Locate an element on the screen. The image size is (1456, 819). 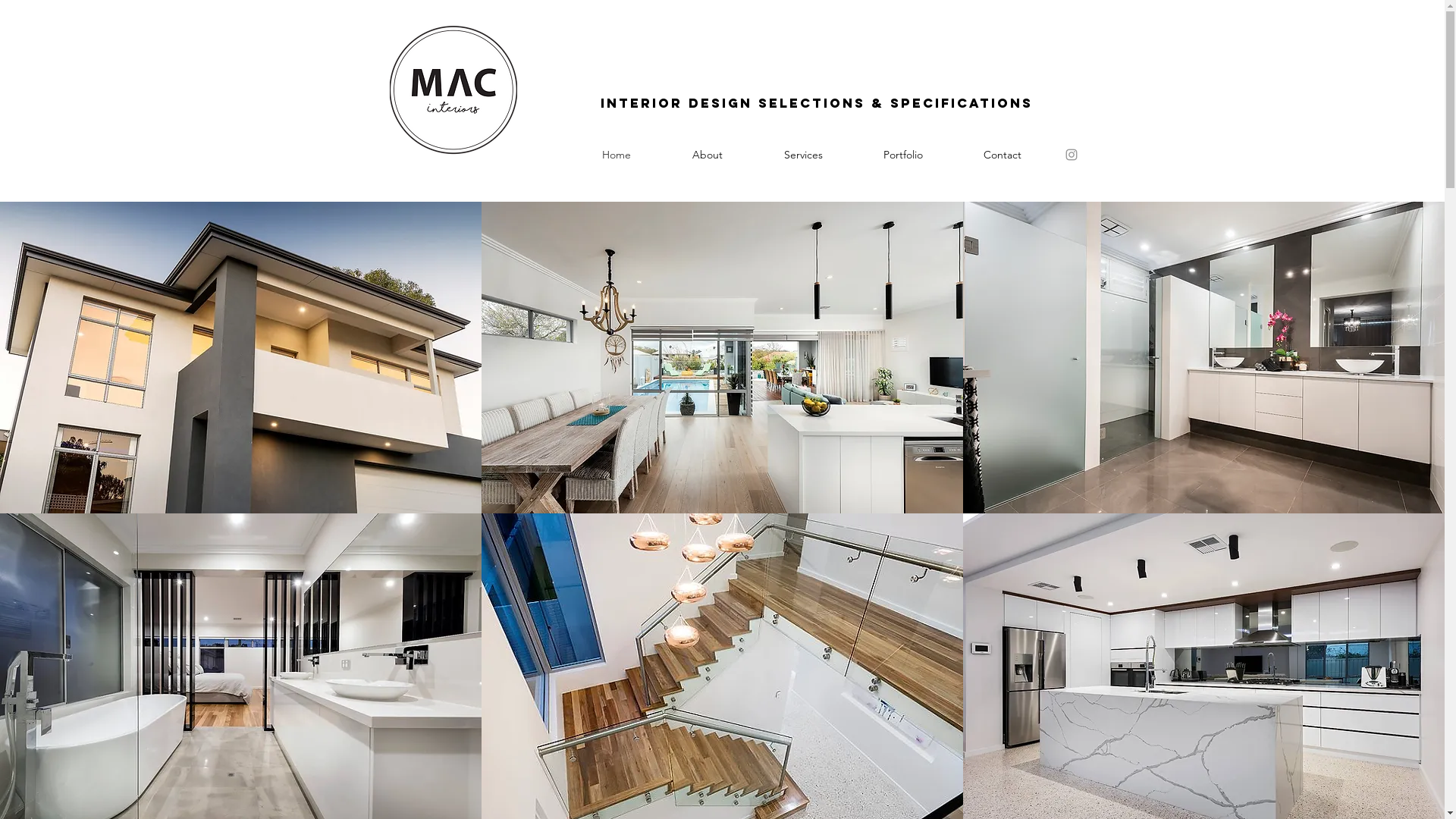
'Home' is located at coordinates (617, 155).